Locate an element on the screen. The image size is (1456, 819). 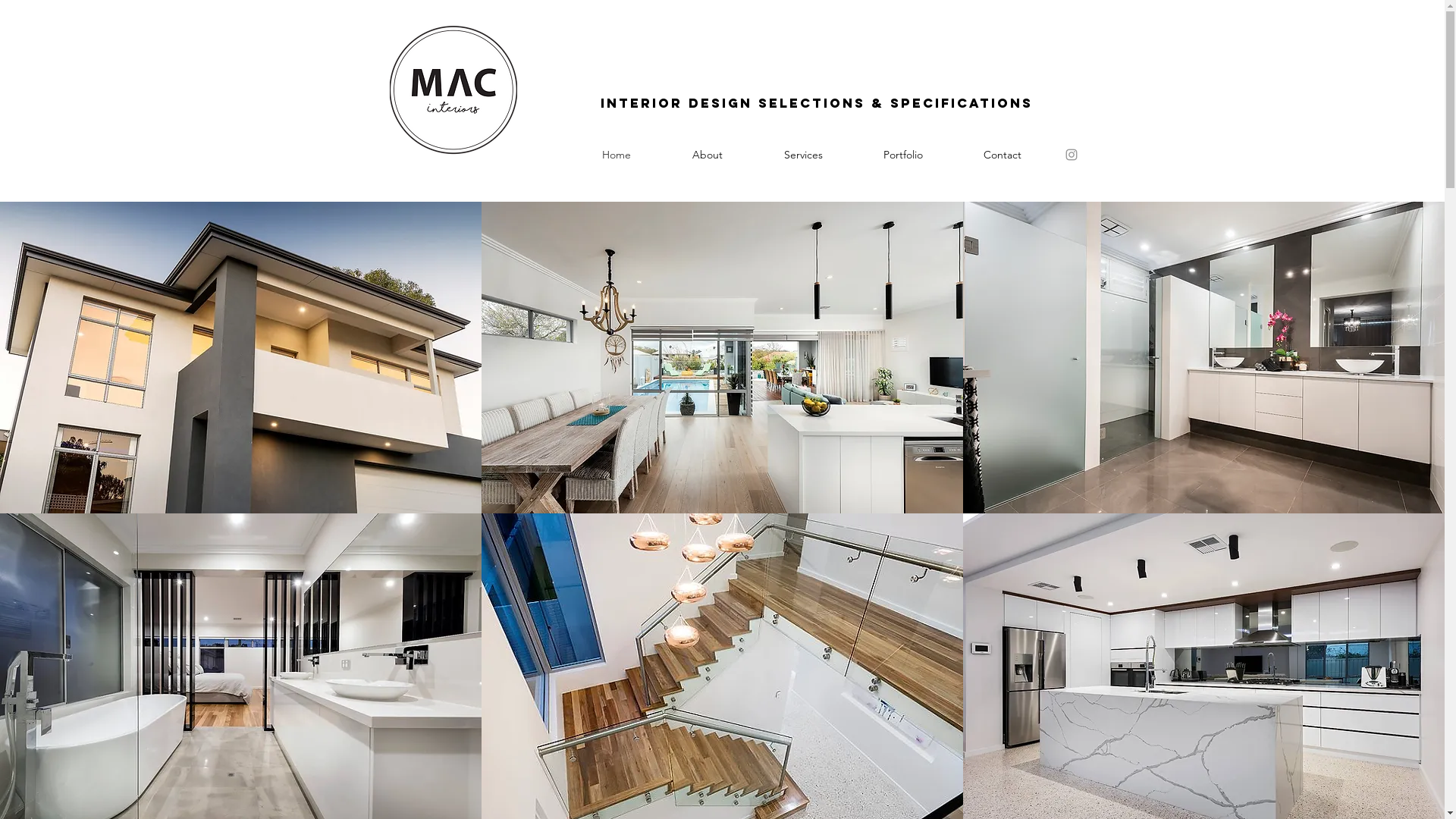
'Home' is located at coordinates (617, 155).